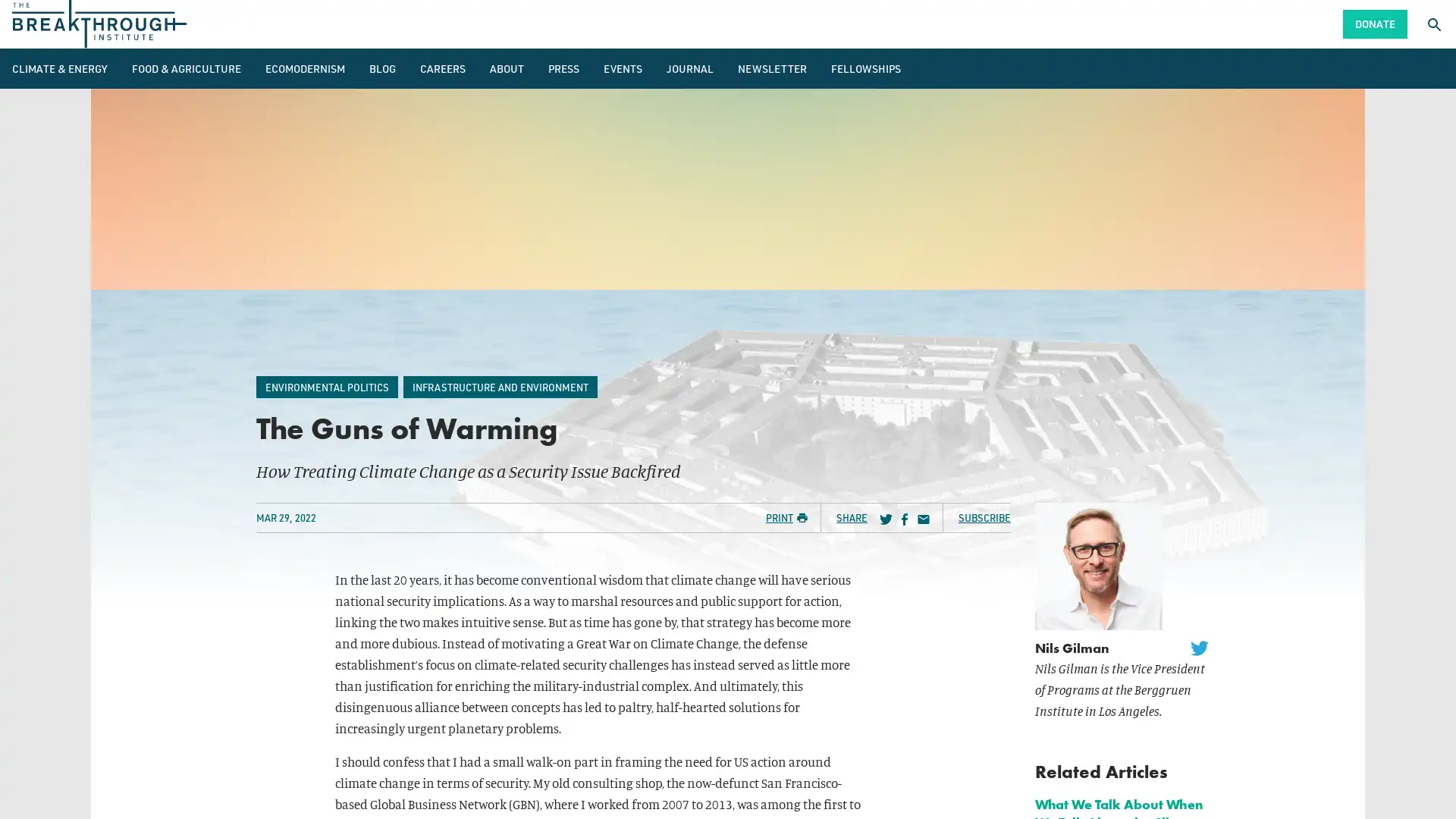 Image resolution: width=1456 pixels, height=819 pixels. Describe the element at coordinates (531, 512) in the screenshot. I see `Subscribe` at that location.